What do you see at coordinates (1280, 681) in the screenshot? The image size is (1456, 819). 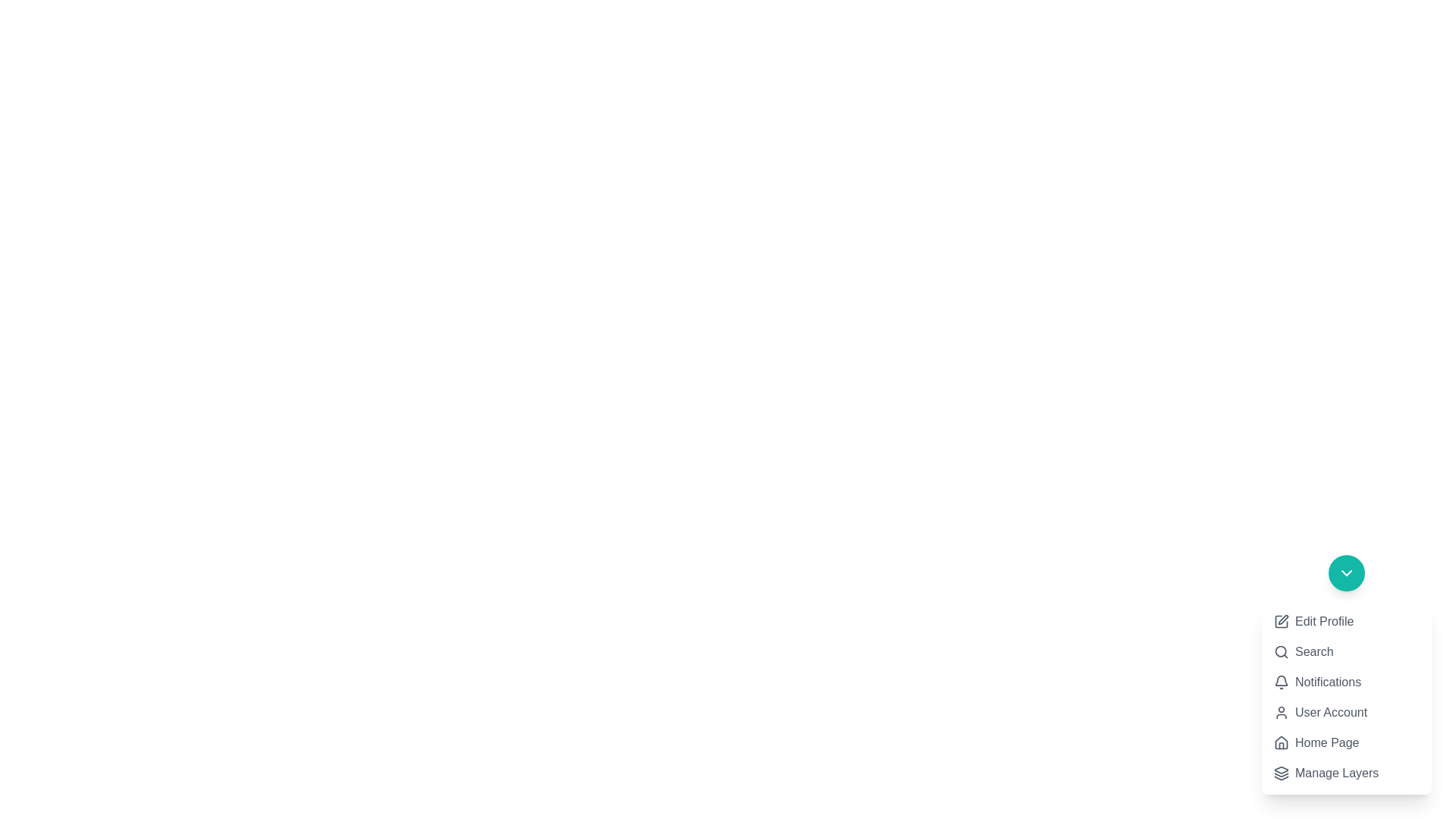 I see `the bell-shaped notification icon rendered in gray` at bounding box center [1280, 681].